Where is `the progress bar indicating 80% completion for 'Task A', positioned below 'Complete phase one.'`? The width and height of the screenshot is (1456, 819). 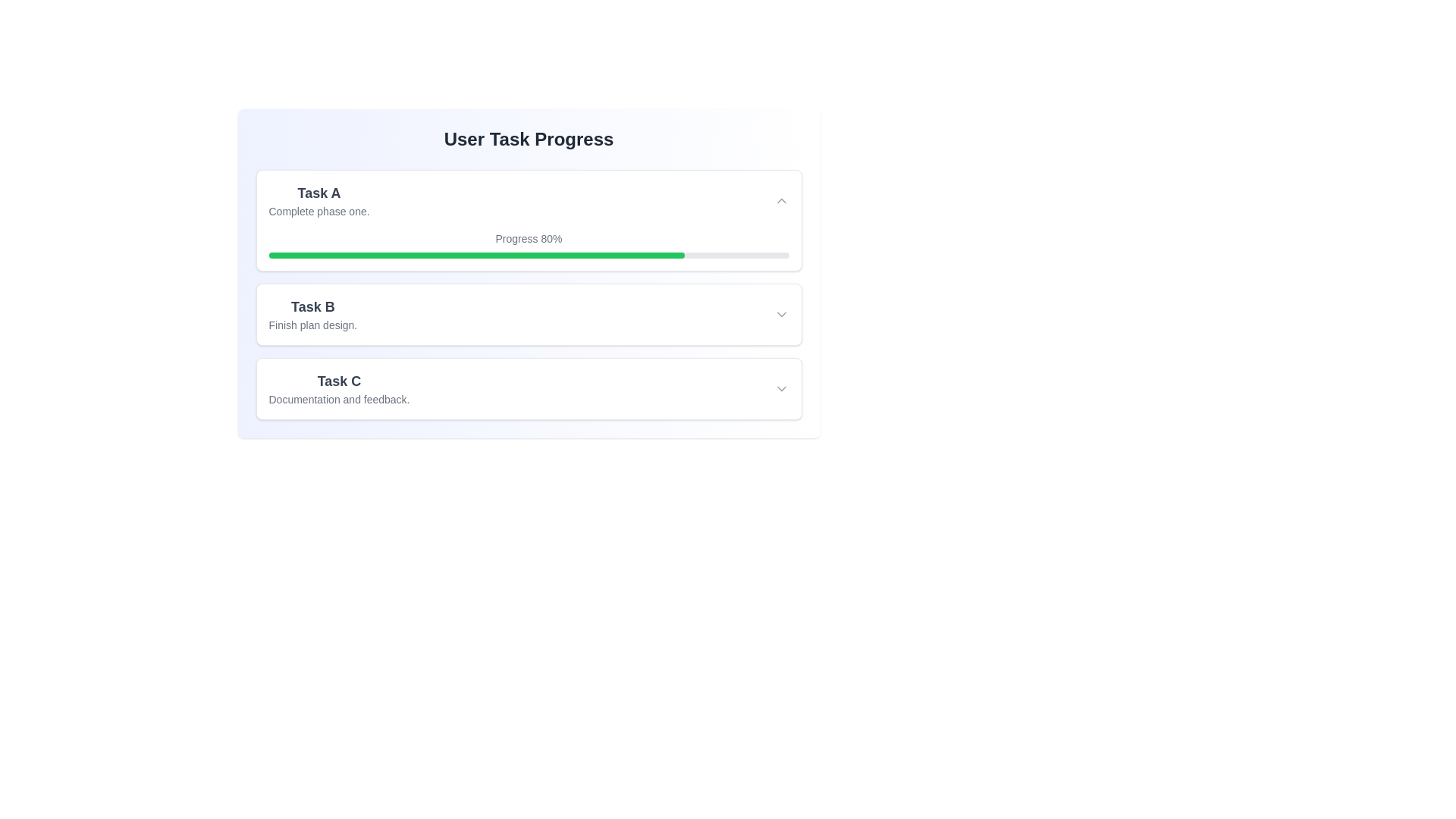
the progress bar indicating 80% completion for 'Task A', positioned below 'Complete phase one.' is located at coordinates (529, 244).